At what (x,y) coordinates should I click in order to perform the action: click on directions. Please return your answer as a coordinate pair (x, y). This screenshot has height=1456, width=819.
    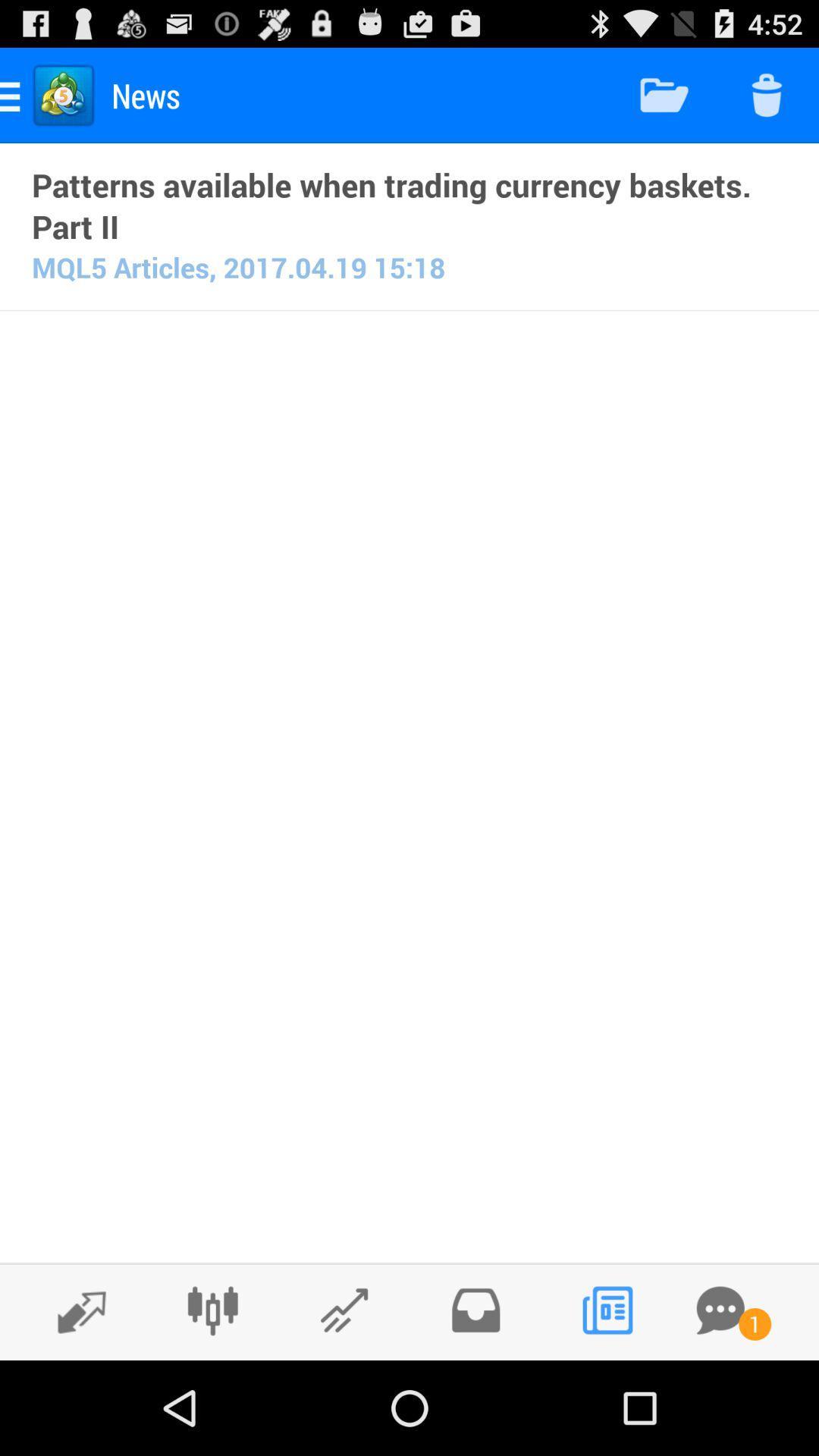
    Looking at the image, I should click on (74, 1310).